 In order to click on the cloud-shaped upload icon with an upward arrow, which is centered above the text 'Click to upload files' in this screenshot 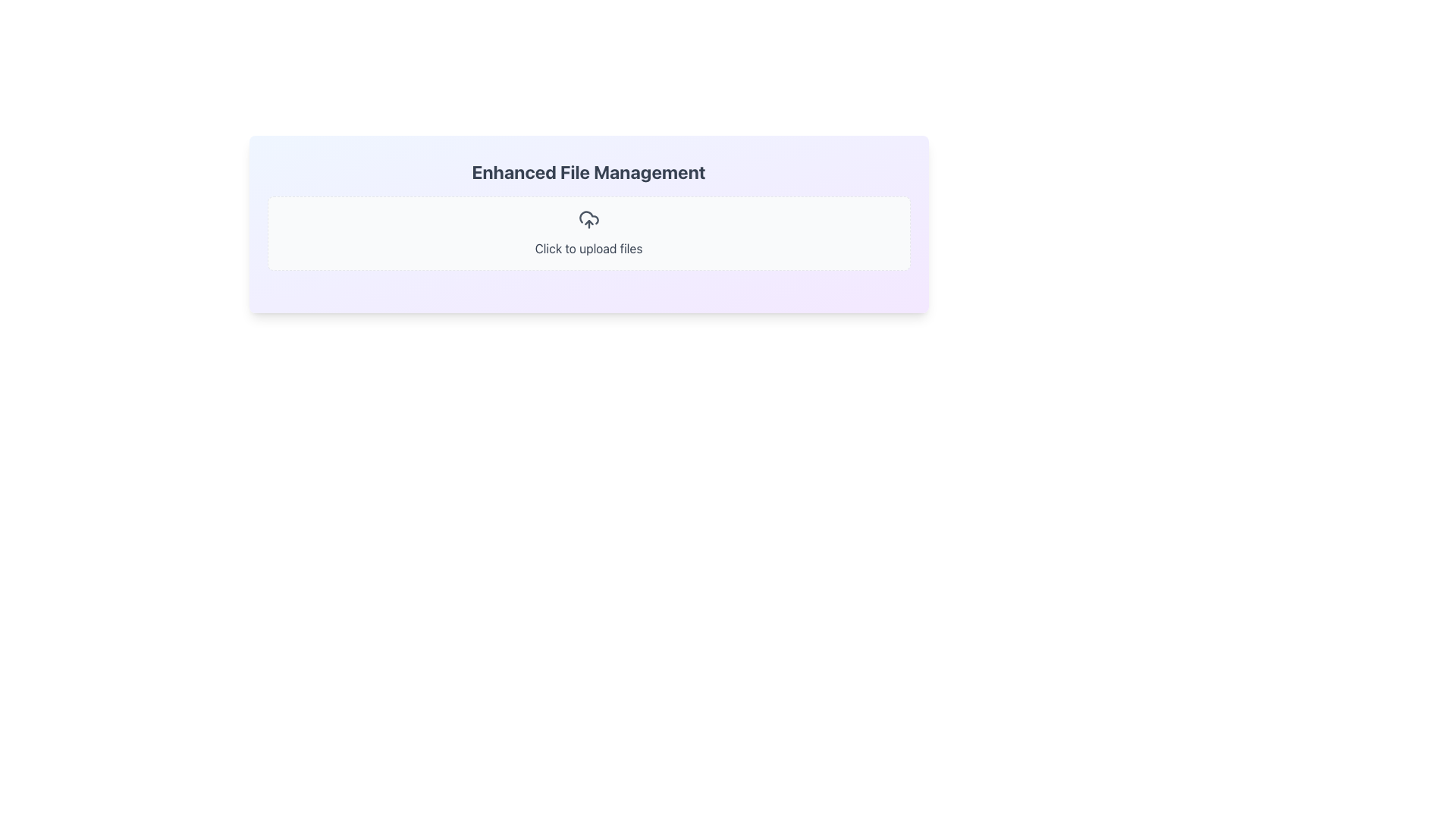, I will do `click(588, 219)`.